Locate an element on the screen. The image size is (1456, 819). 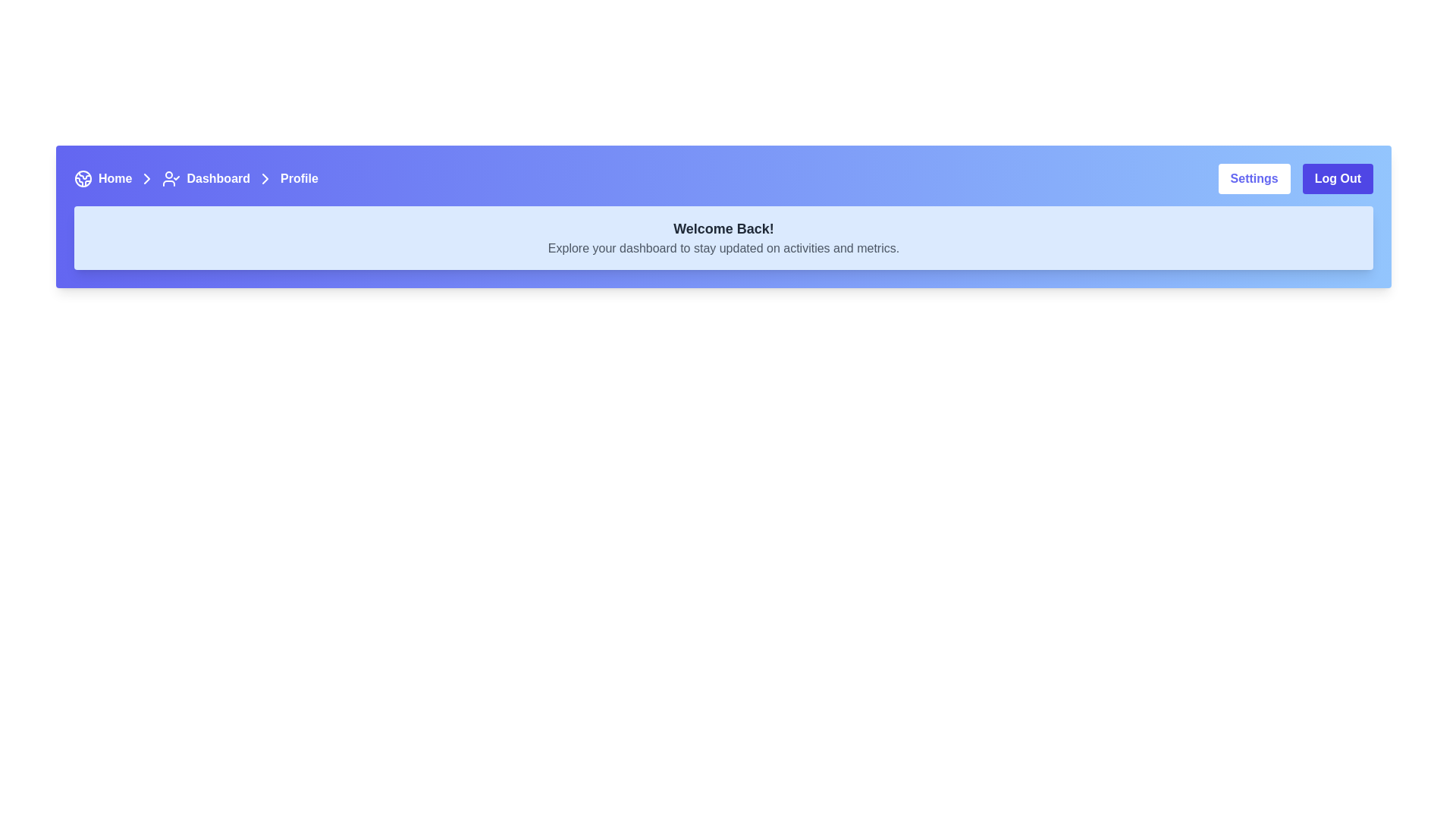
the 'Dashboard' breadcrumb navigation item in the horizontal breadcrumb trail is located at coordinates (221, 177).